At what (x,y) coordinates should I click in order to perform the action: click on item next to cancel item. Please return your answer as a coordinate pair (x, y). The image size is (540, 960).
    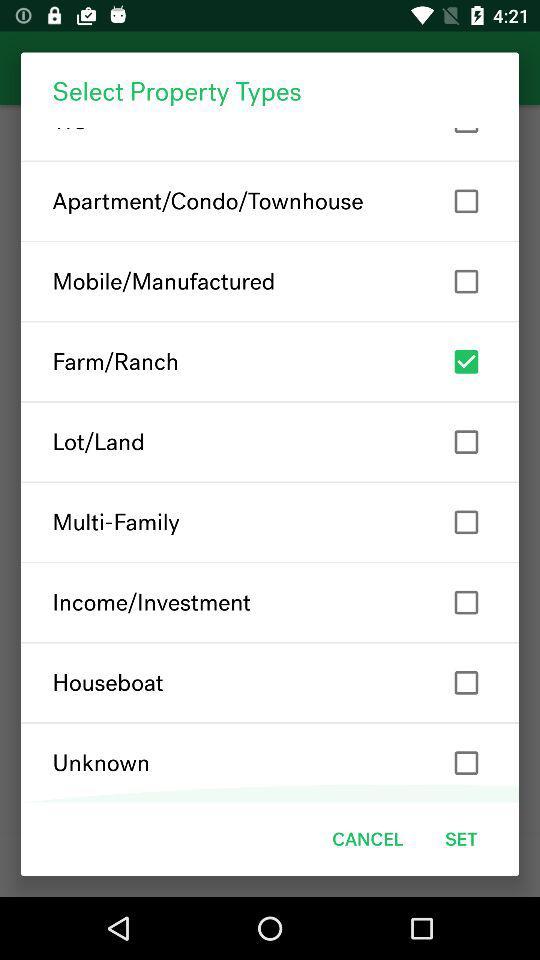
    Looking at the image, I should click on (461, 839).